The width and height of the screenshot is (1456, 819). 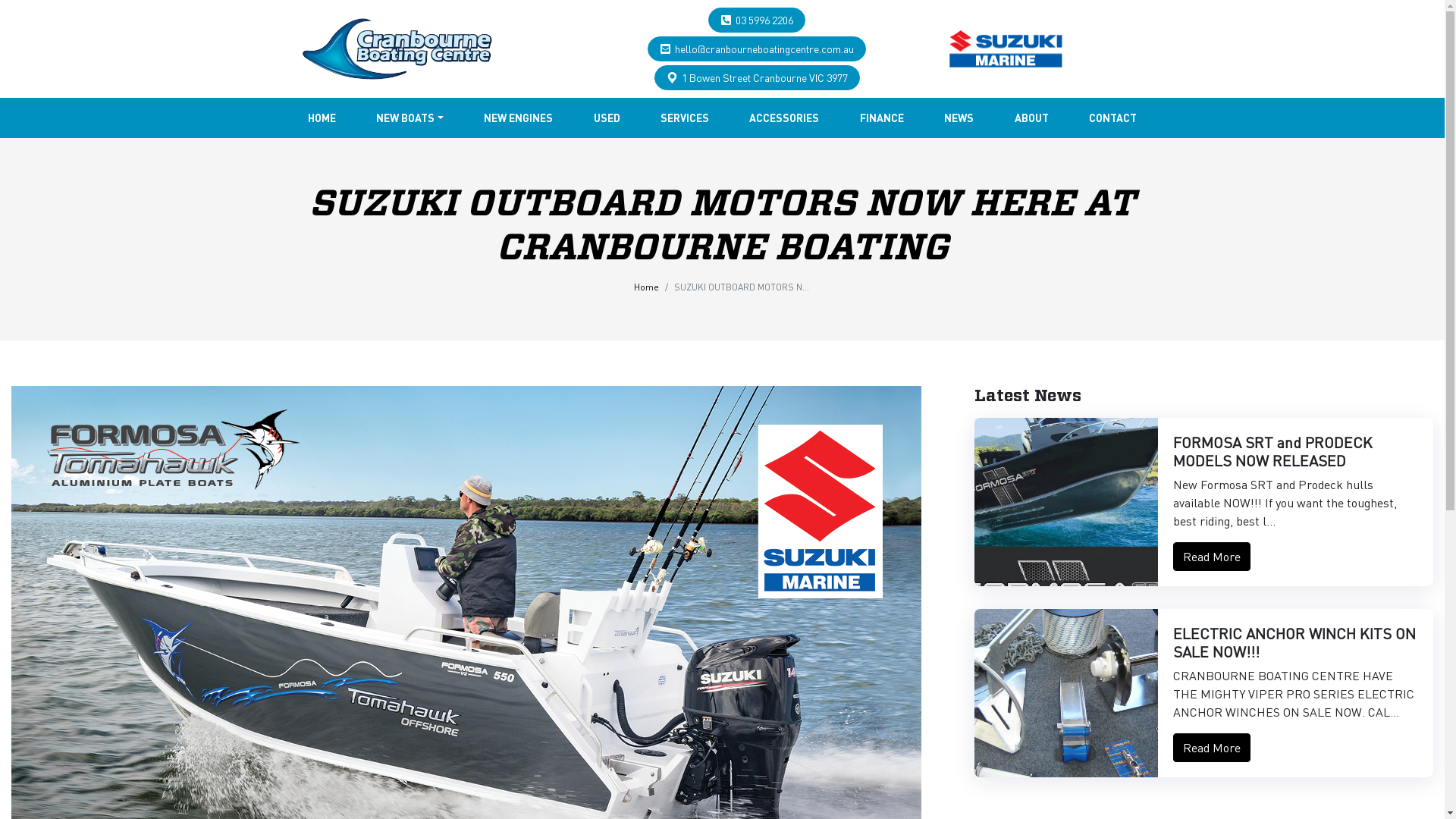 What do you see at coordinates (476, 117) in the screenshot?
I see `'NEW ENGINES'` at bounding box center [476, 117].